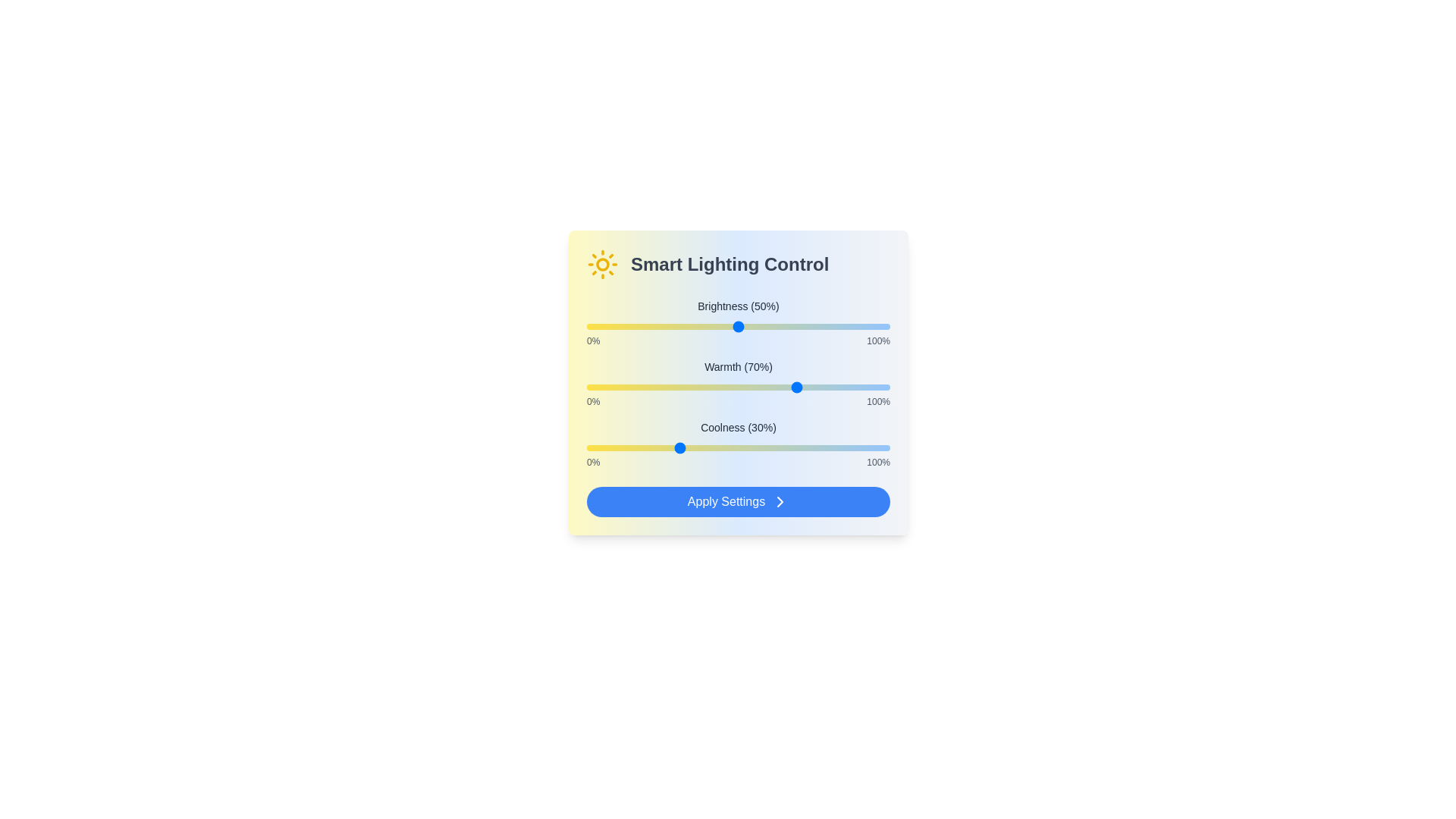  What do you see at coordinates (884, 386) in the screenshot?
I see `the Warmth slider to 98%` at bounding box center [884, 386].